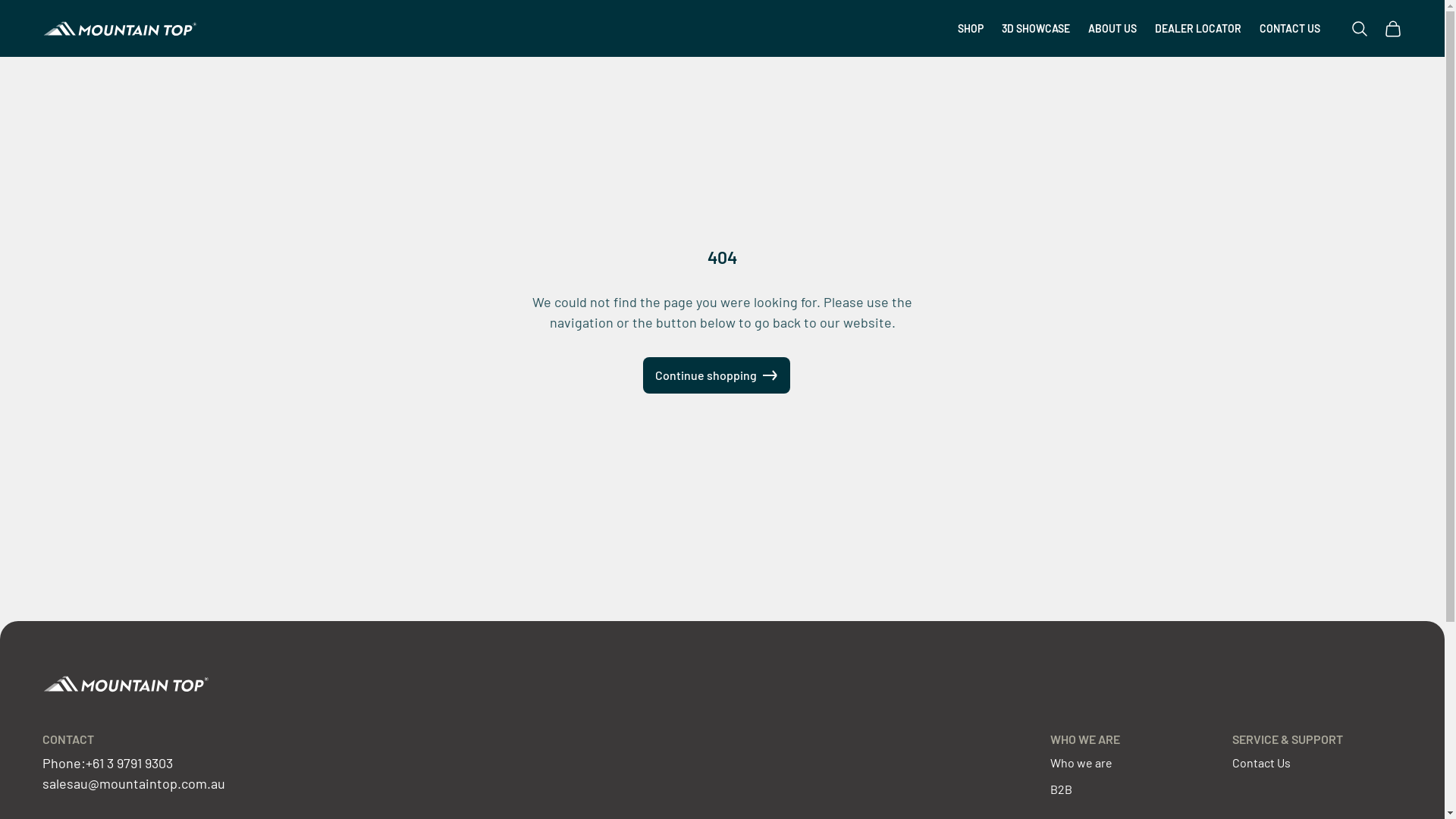 This screenshot has width=1456, height=819. What do you see at coordinates (1080, 762) in the screenshot?
I see `'Who we are'` at bounding box center [1080, 762].